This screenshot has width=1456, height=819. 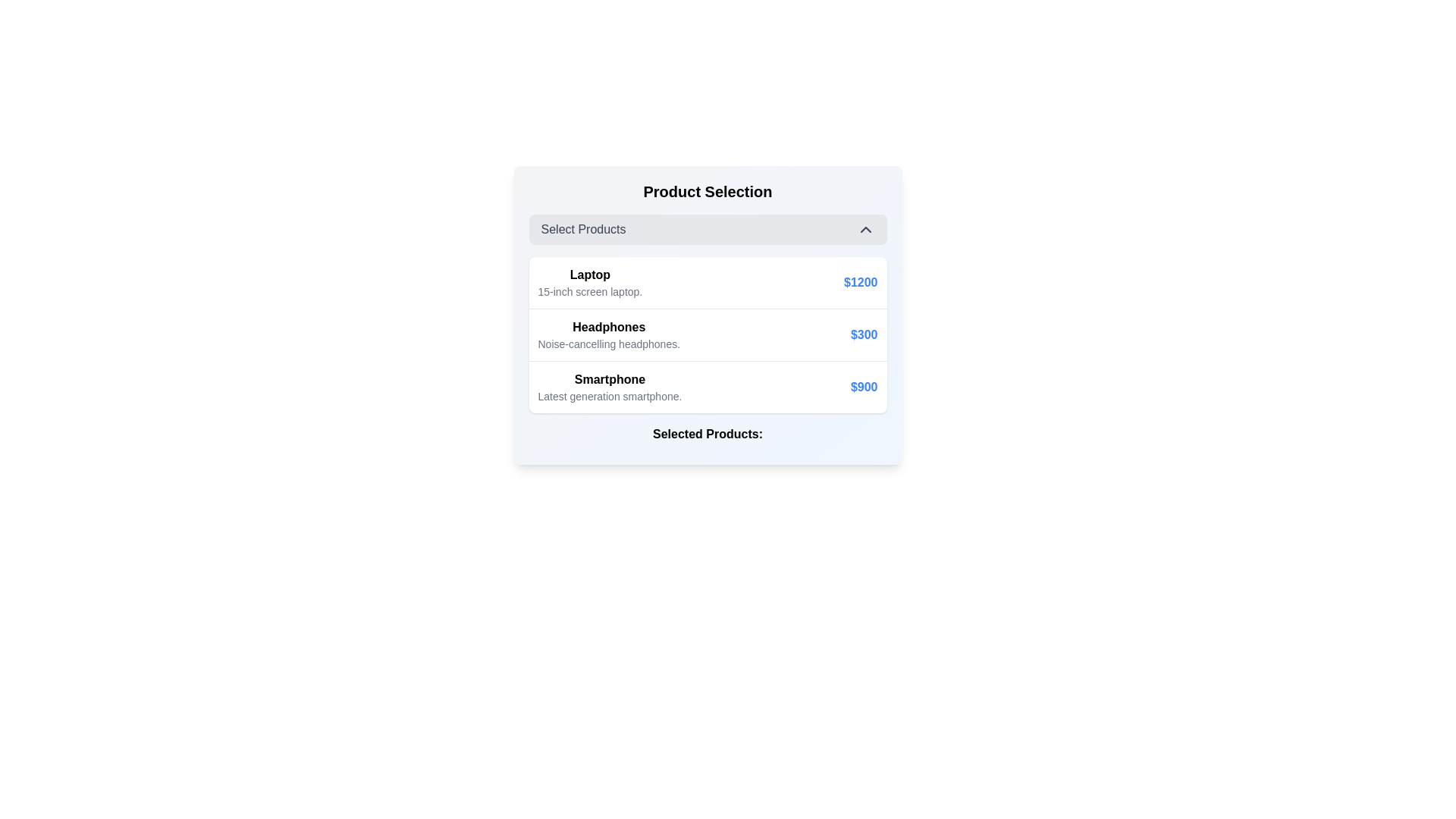 What do you see at coordinates (589, 283) in the screenshot?
I see `the Text content display element that informs users about the product, positioned as the first item in the list of product descriptions` at bounding box center [589, 283].